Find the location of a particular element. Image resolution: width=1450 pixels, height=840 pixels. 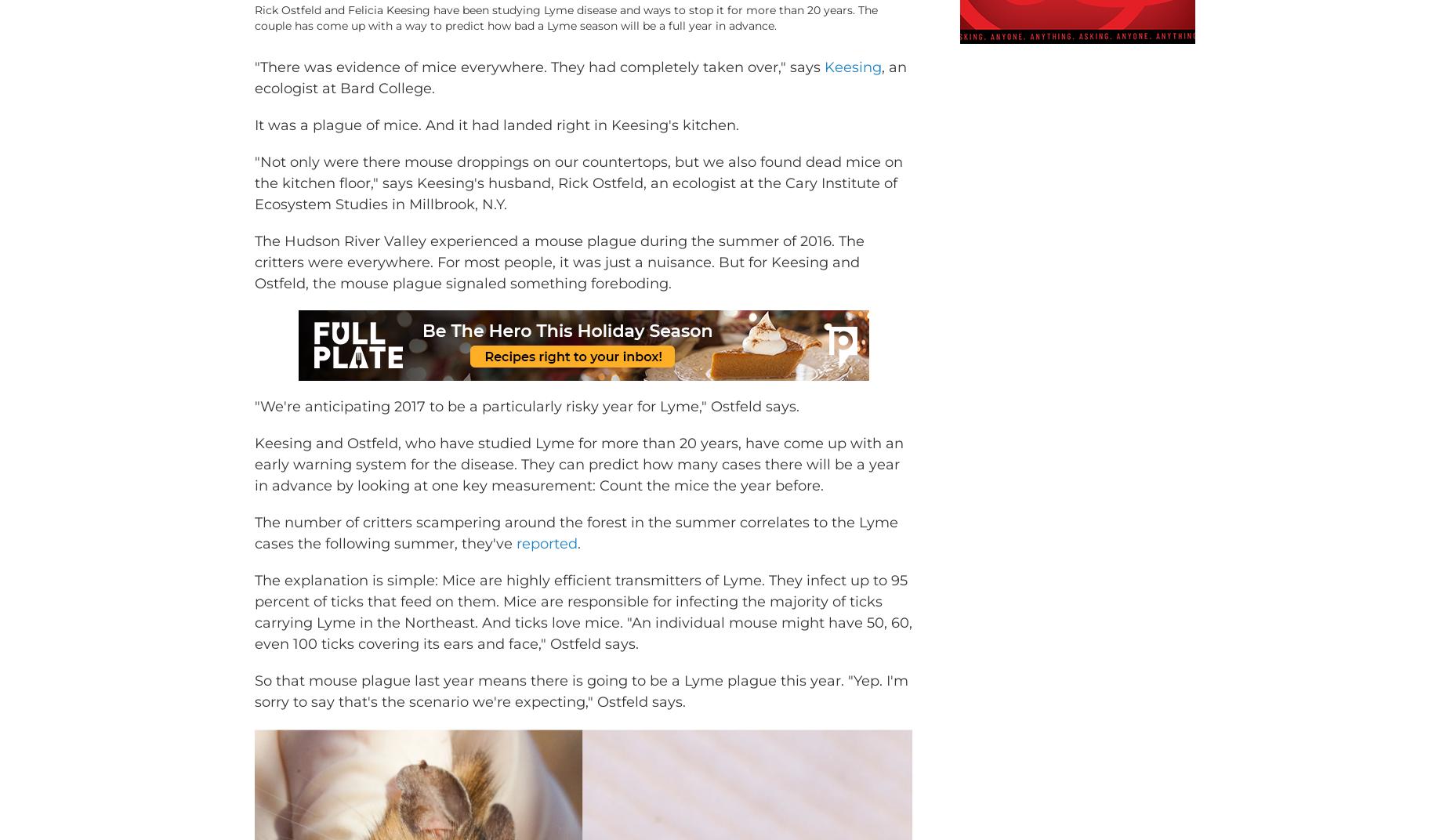

'Rick Ostfeld and Felicia Keesing have been studying Lyme disease and ways to stop it for more than 20 years. The couple has come up with a way to predict how bad a Lyme season will be a full year in advance.' is located at coordinates (566, 39).